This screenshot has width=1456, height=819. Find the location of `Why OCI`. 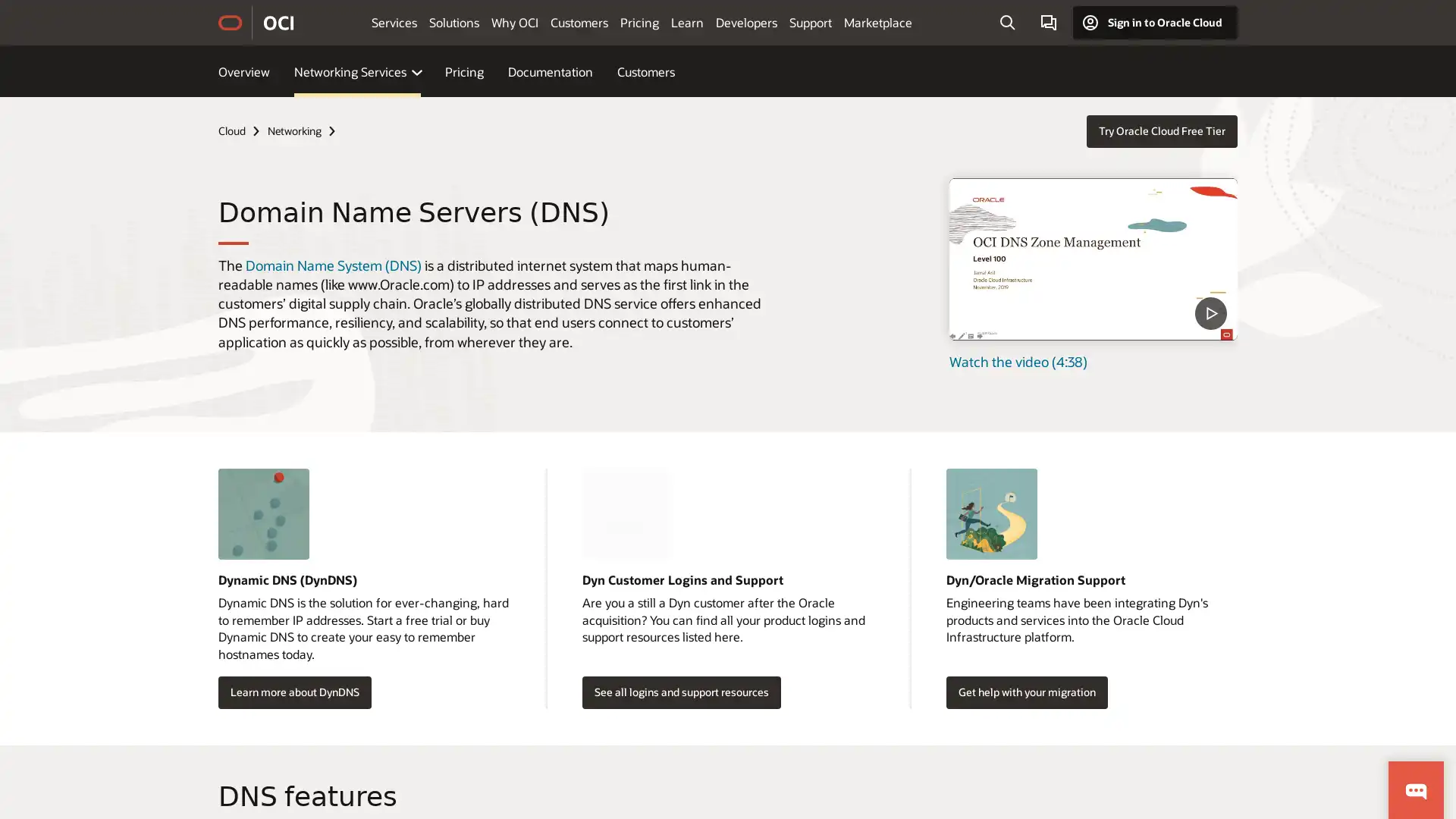

Why OCI is located at coordinates (514, 22).